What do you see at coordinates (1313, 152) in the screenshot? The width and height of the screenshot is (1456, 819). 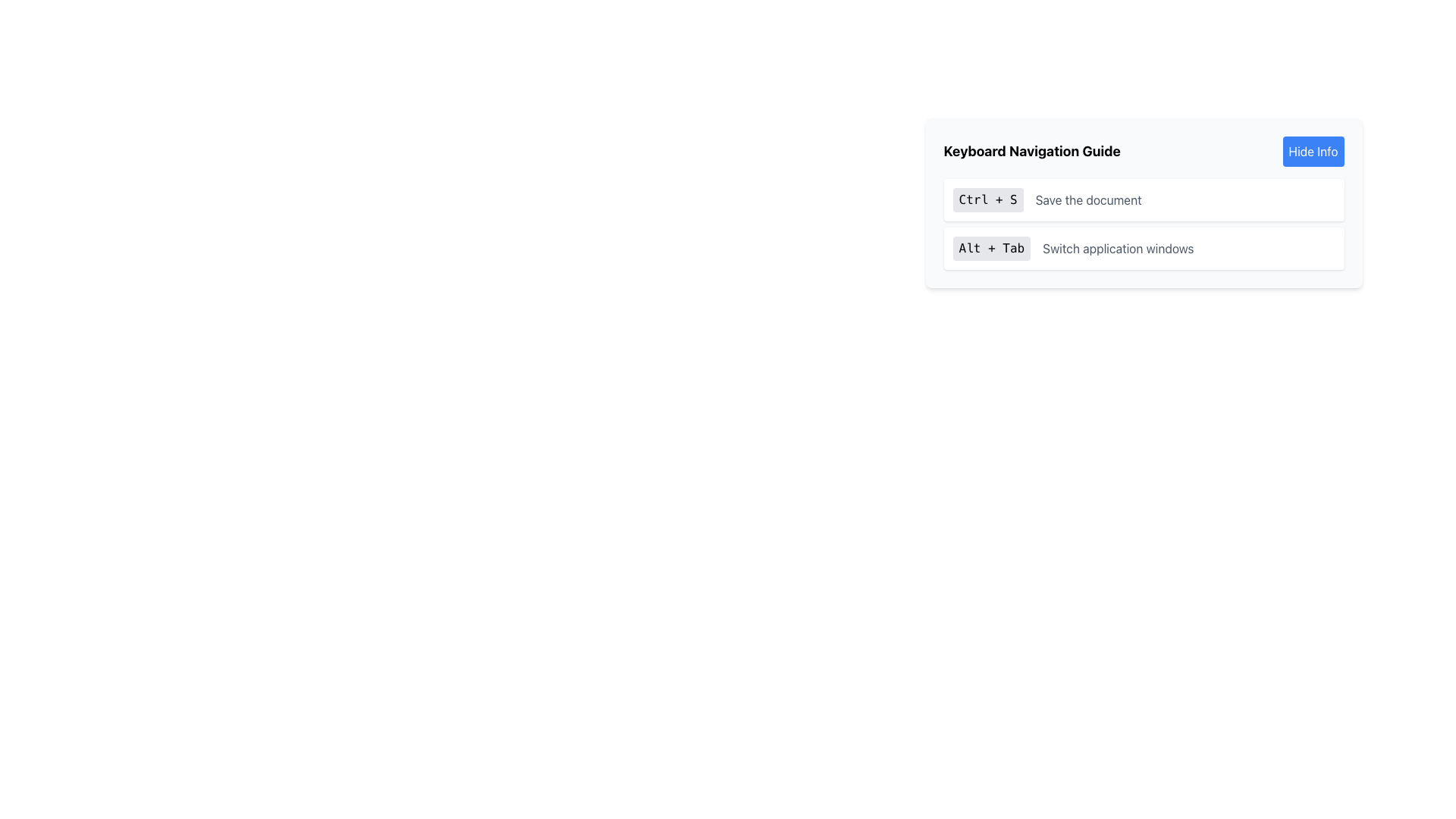 I see `the button located to the right of the 'Keyboard Navigation Guide' text to potentially view a visual effect` at bounding box center [1313, 152].